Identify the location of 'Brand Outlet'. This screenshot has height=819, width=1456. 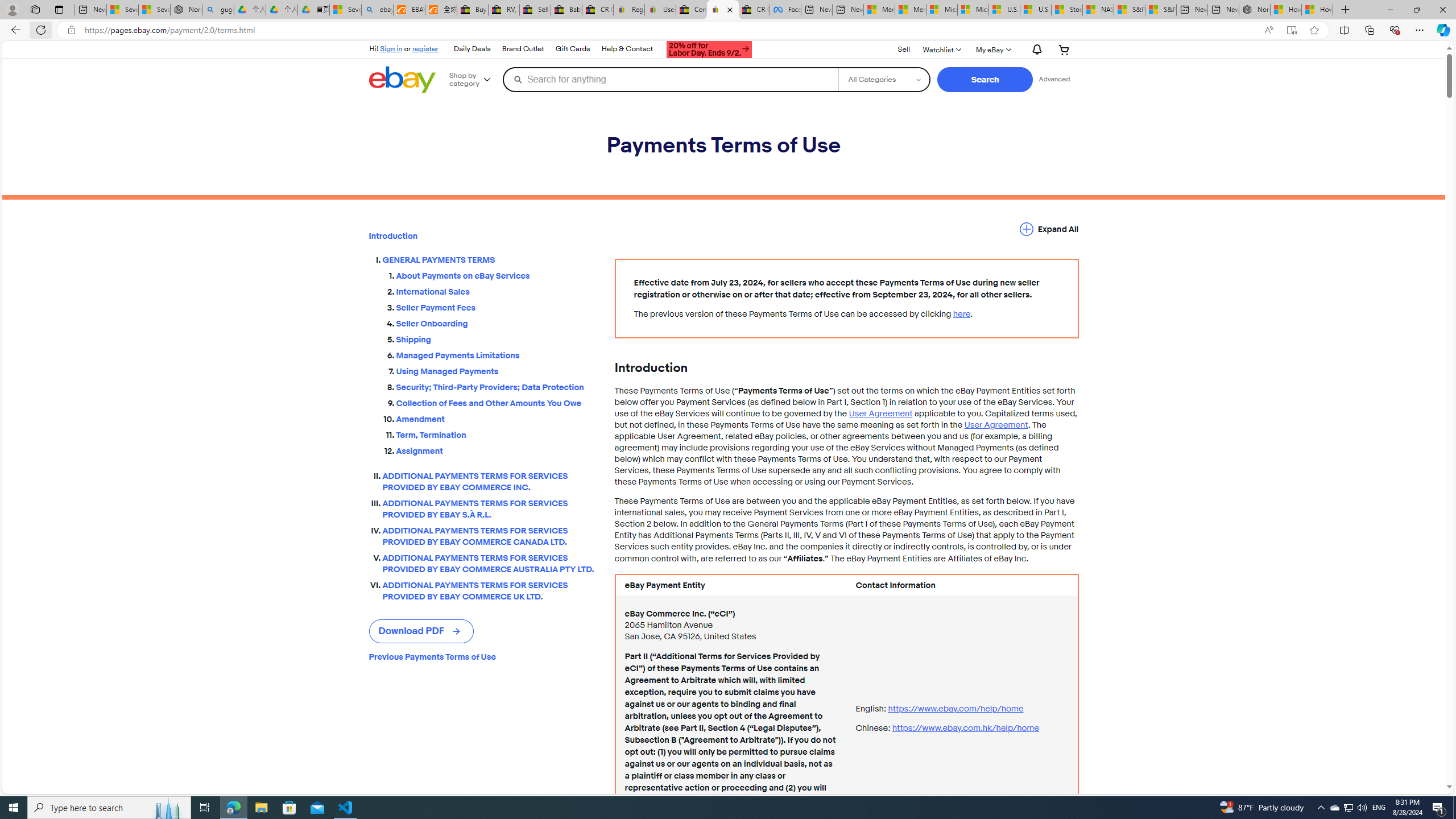
(522, 48).